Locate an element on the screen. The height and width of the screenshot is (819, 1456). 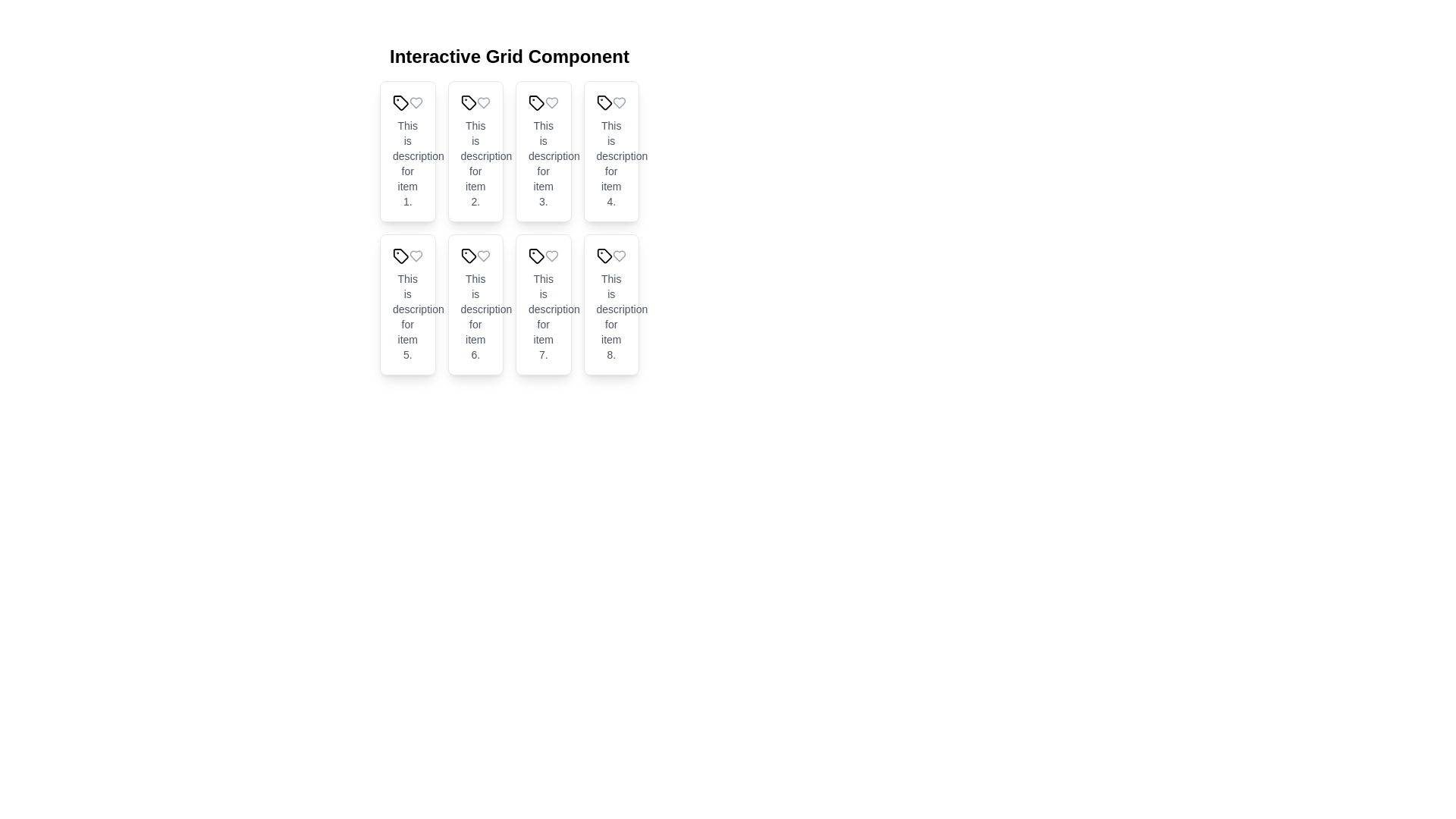
description text displayed in the eighth tile of the grid layout, located below the heart icon is located at coordinates (611, 315).